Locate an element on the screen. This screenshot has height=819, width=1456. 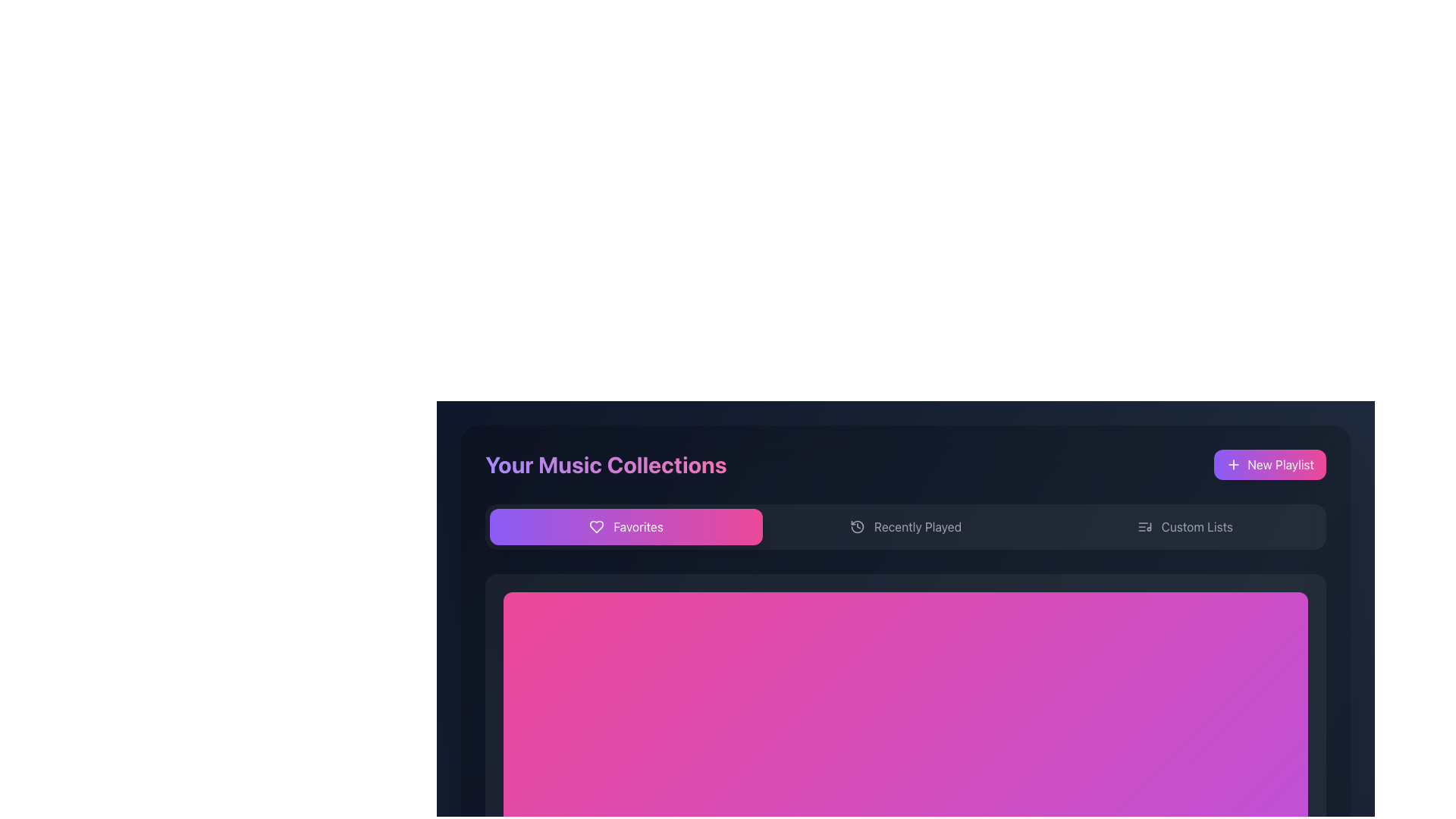
the circular clock icon with a gray outline located between the 'Favorites' button and the 'Recently Played' label in the 'Recently Played' section is located at coordinates (857, 526).